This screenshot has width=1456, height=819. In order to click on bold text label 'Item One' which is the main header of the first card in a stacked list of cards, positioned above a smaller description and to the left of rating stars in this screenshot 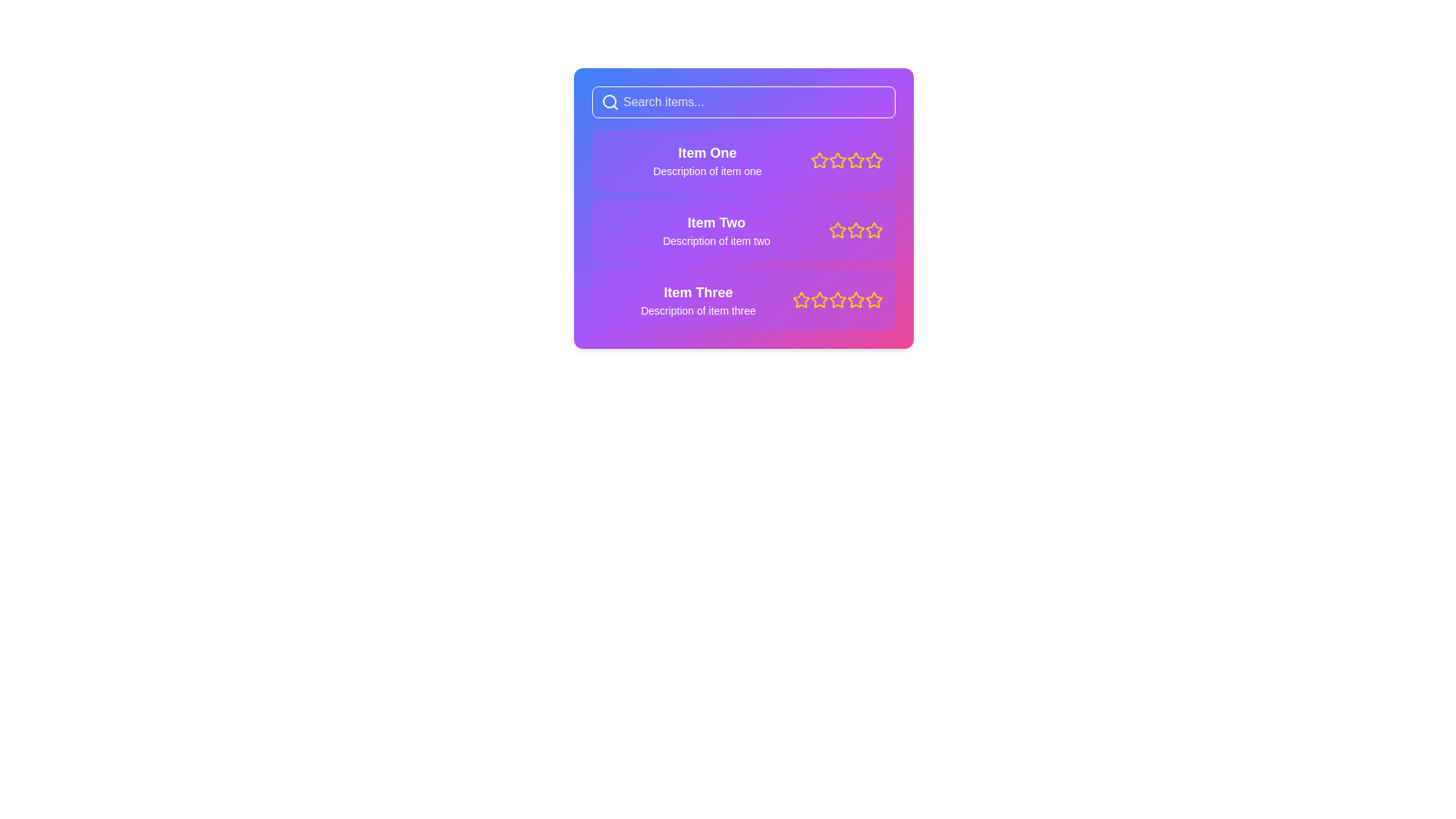, I will do `click(706, 152)`.